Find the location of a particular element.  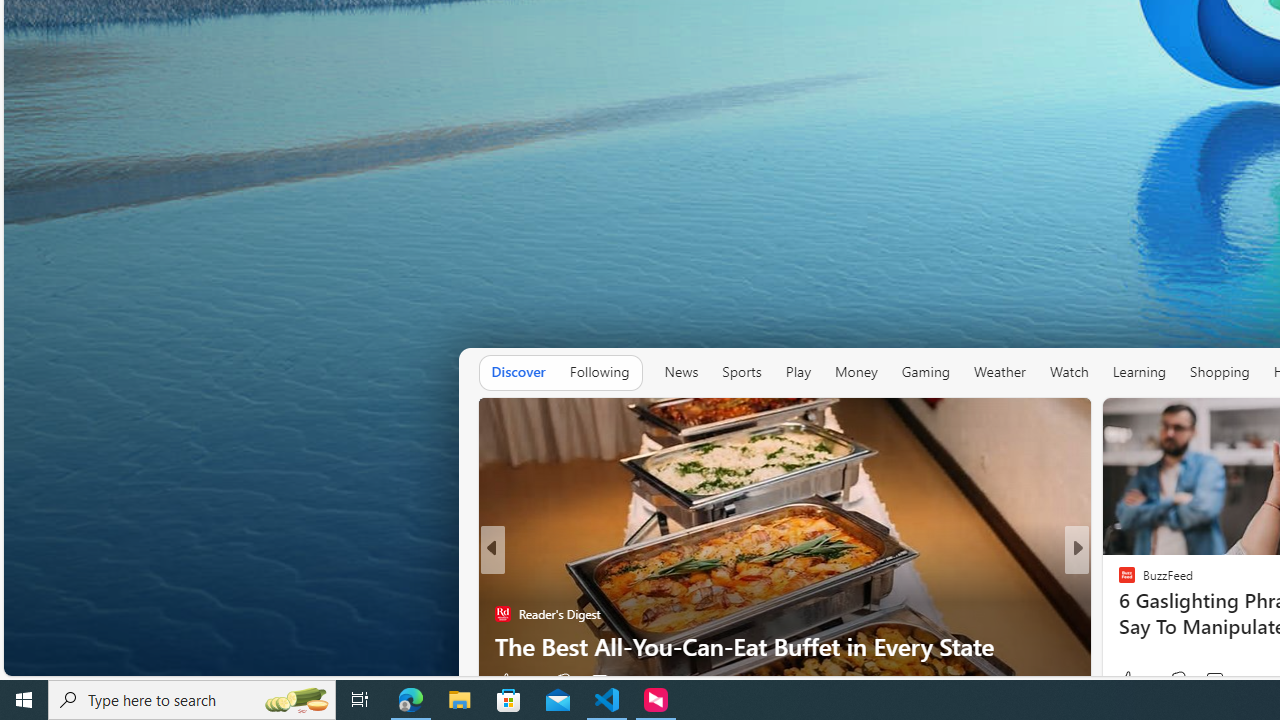

'FOX News' is located at coordinates (1117, 581).